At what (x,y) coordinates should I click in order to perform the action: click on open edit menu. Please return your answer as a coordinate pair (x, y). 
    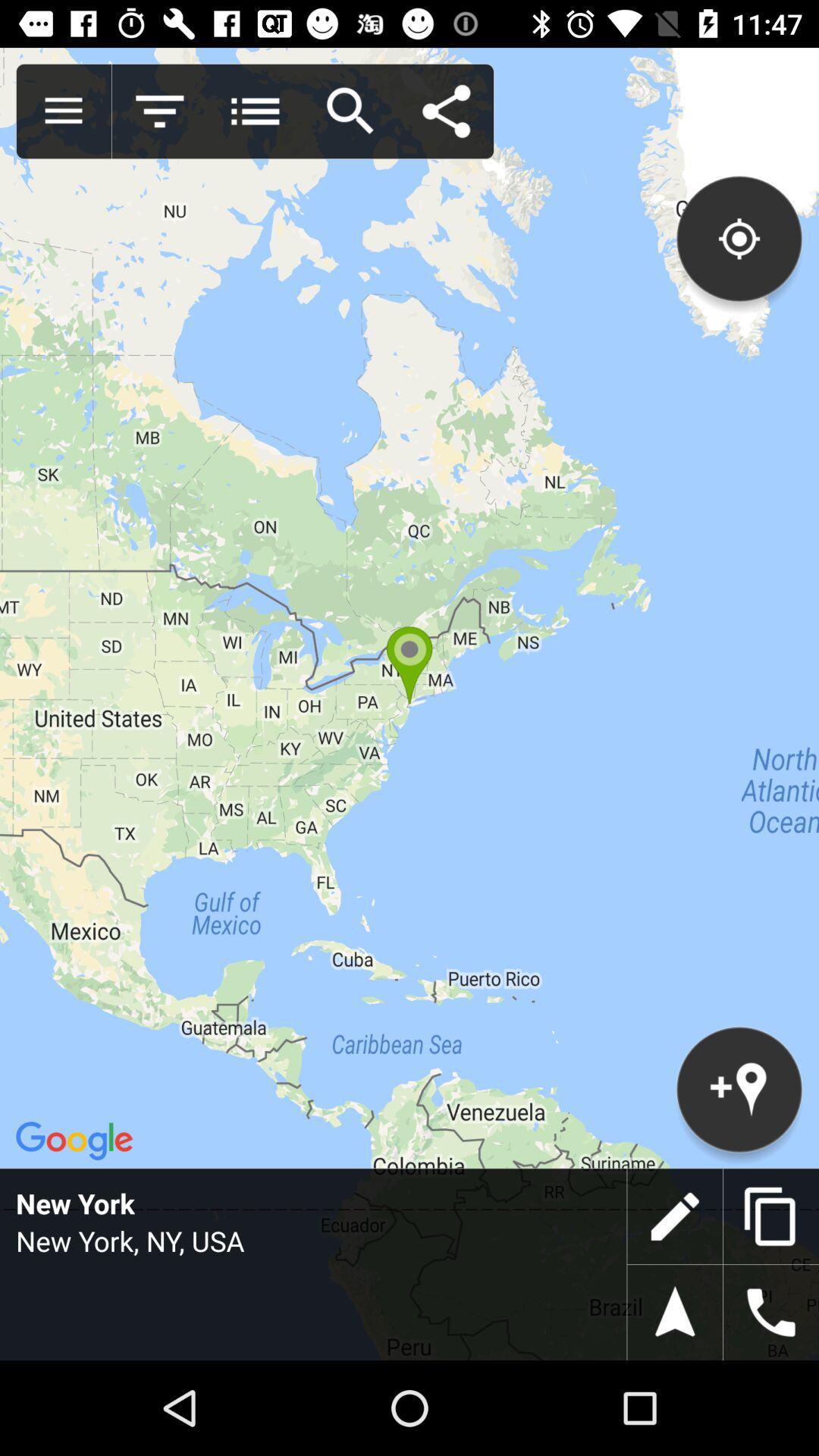
    Looking at the image, I should click on (674, 1216).